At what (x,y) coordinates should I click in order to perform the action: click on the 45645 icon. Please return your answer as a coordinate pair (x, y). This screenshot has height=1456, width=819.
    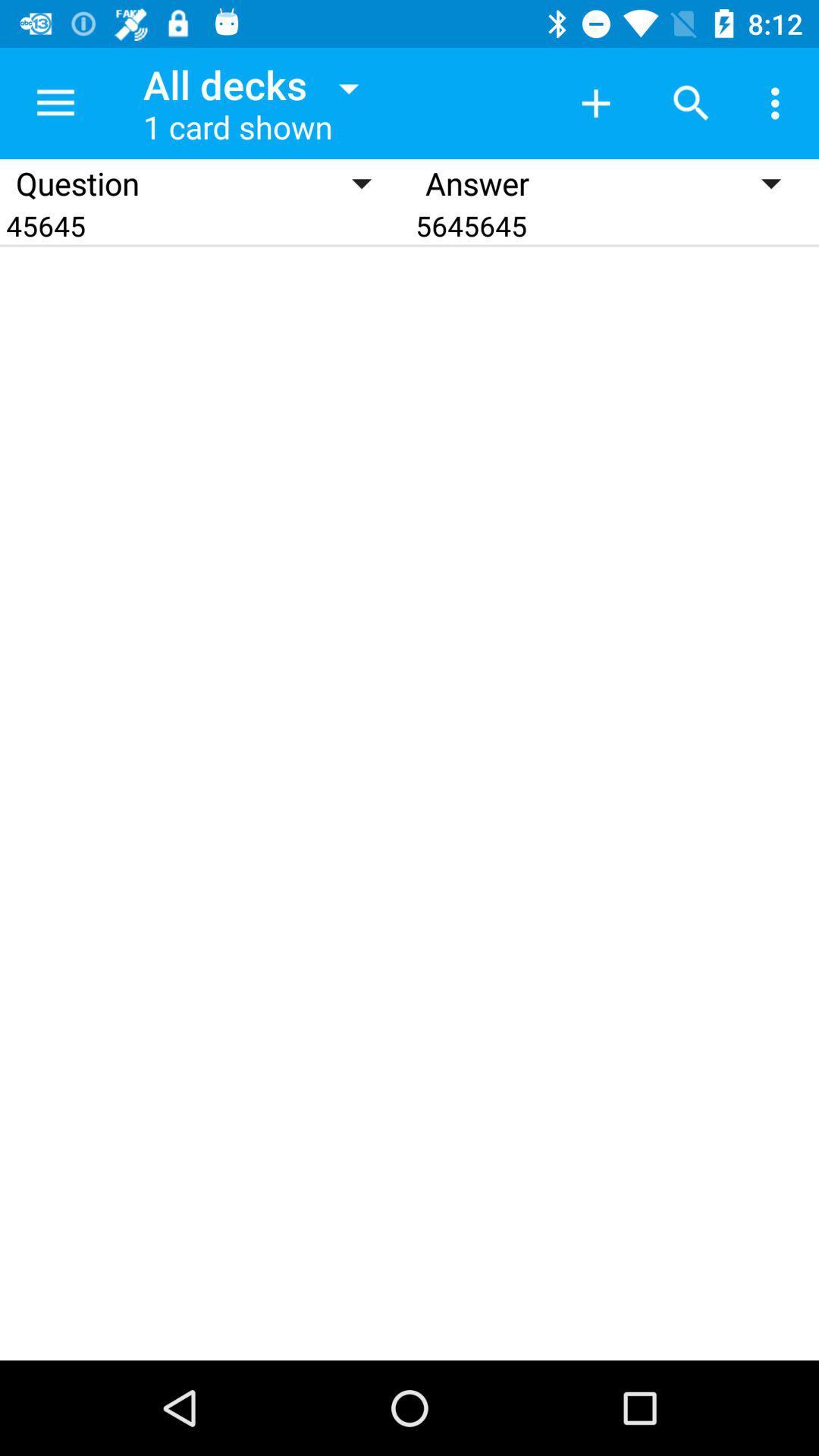
    Looking at the image, I should click on (205, 224).